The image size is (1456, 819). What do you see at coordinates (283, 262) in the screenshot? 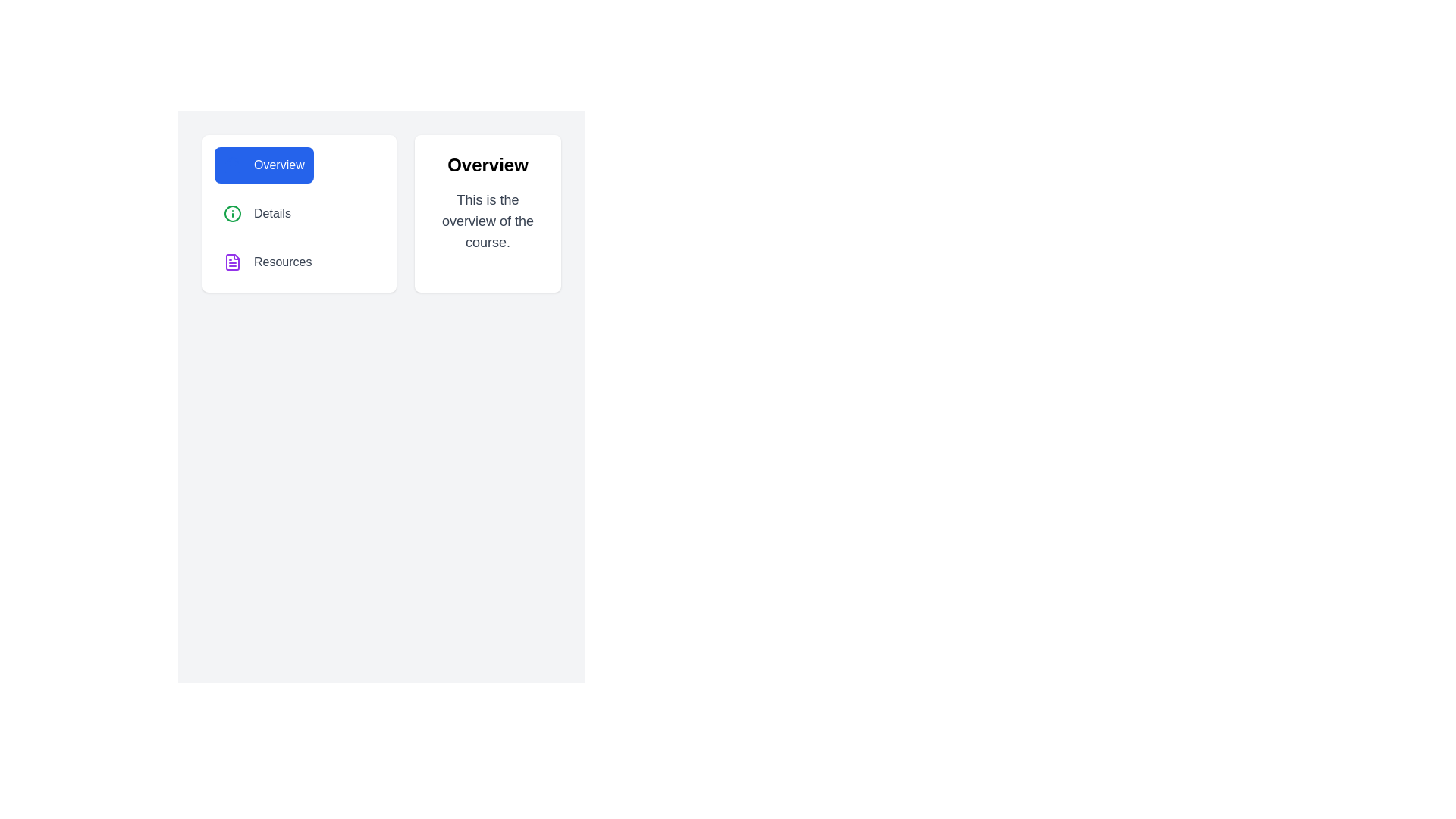
I see `the text label located below the purple file icon in the left-hand column of the interface` at bounding box center [283, 262].